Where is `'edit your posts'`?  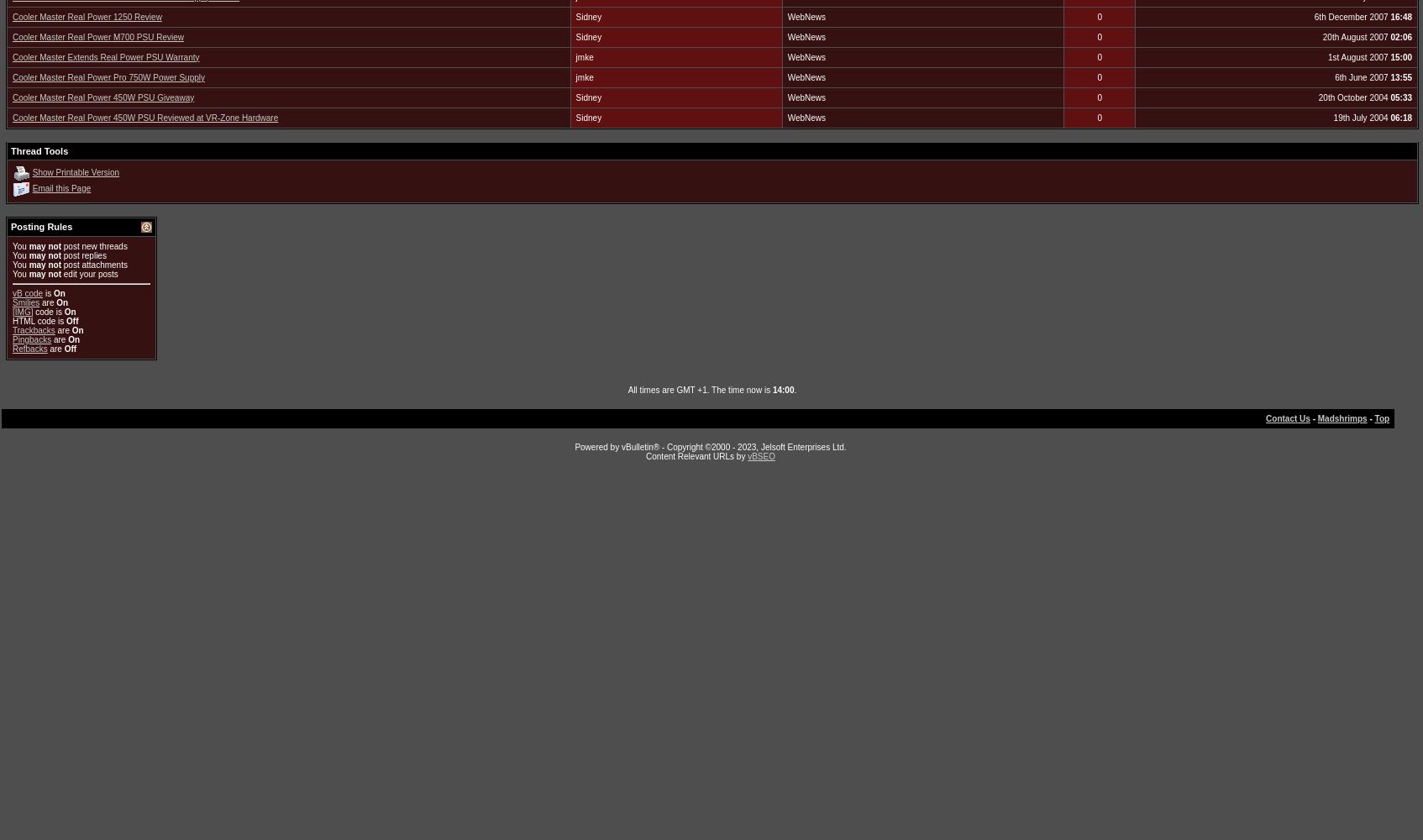 'edit your posts' is located at coordinates (89, 272).